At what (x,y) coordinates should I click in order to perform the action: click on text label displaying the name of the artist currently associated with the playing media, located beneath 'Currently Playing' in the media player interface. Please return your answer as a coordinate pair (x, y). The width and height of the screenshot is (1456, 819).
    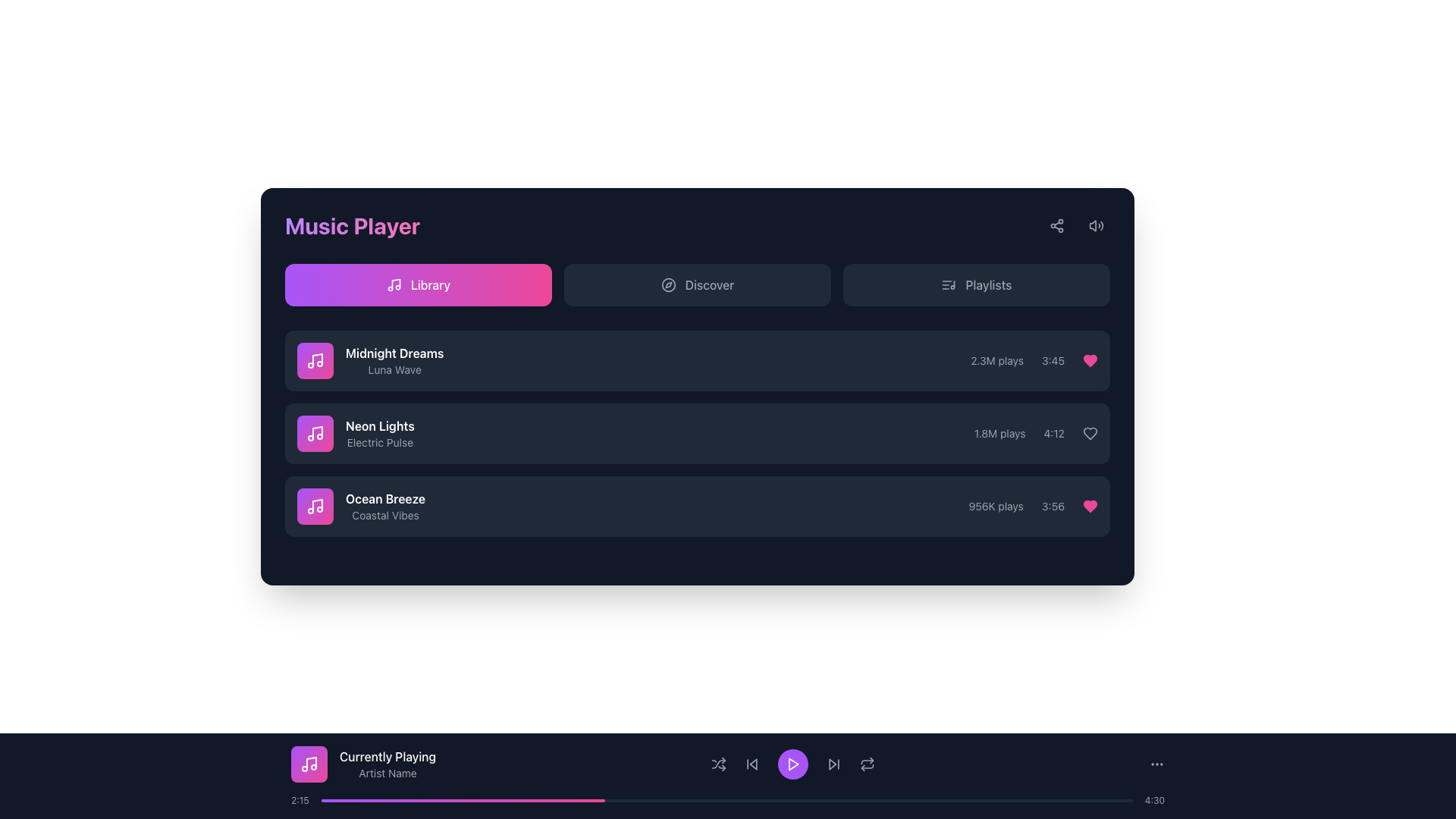
    Looking at the image, I should click on (388, 773).